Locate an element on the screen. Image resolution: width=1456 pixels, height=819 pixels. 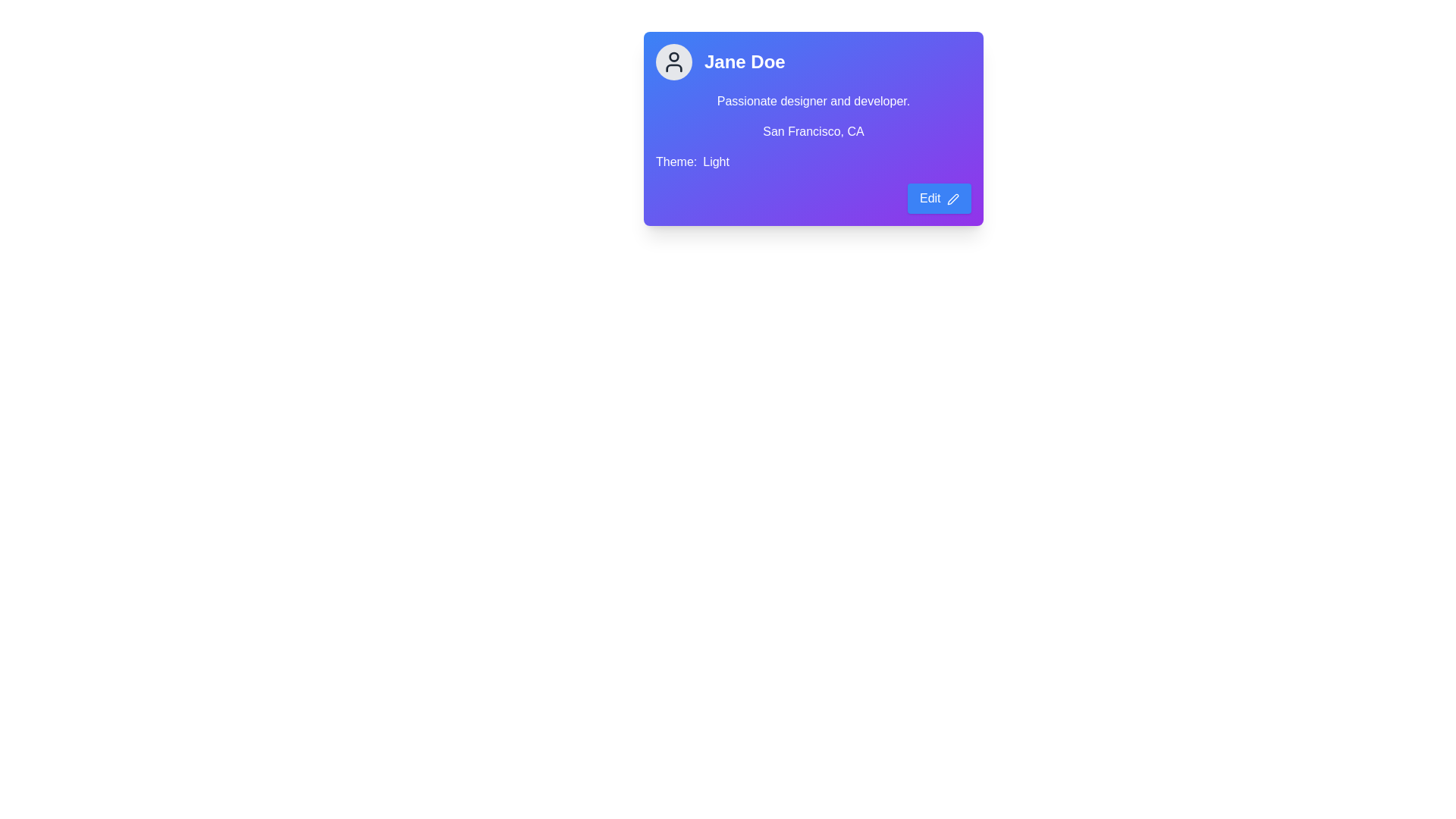
the Avatar Icon located at the top-left corner of the card, to the left of the text 'Jane Doe' is located at coordinates (673, 61).